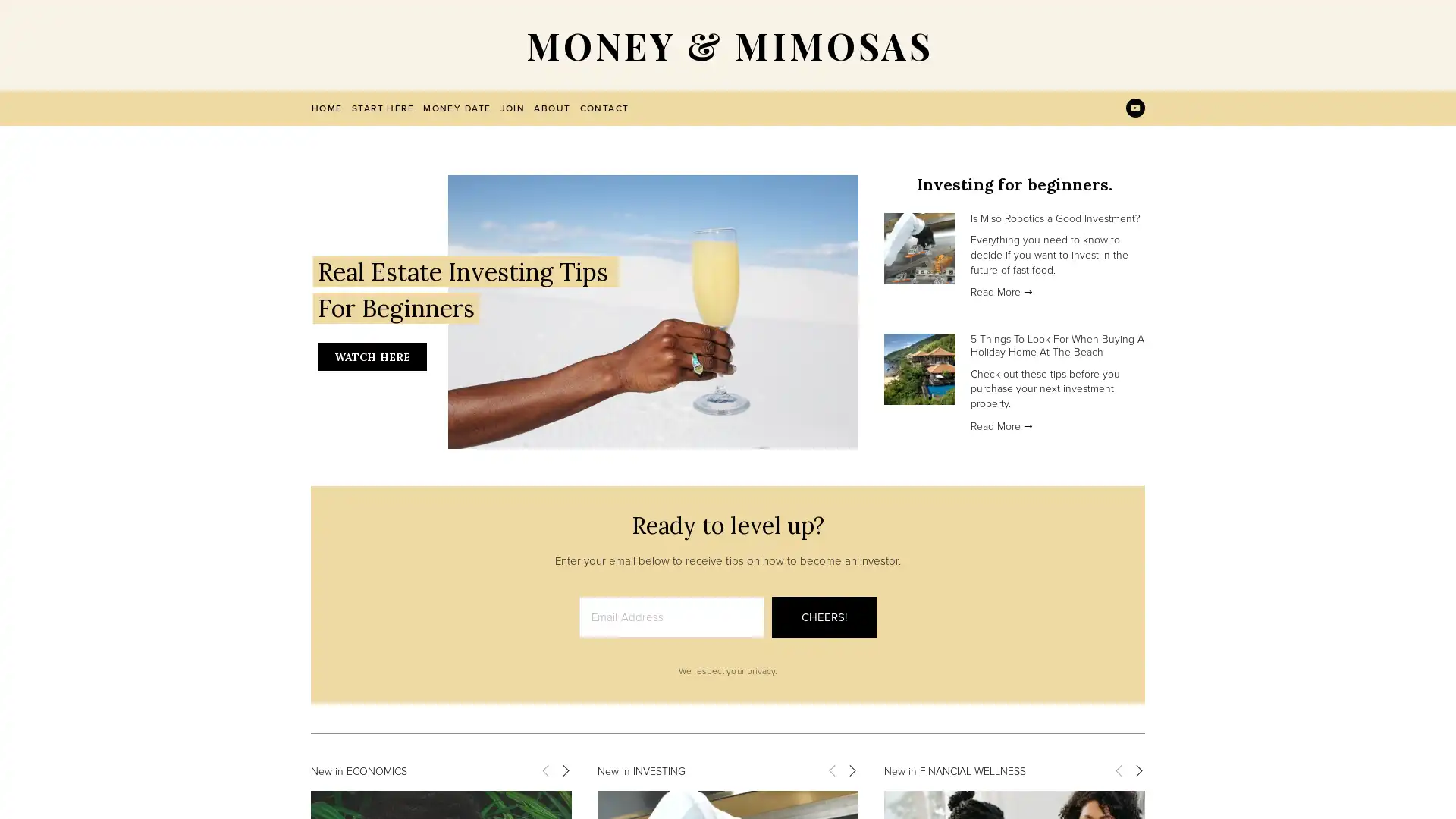 Image resolution: width=1456 pixels, height=819 pixels. Describe the element at coordinates (870, 453) in the screenshot. I see `Yes, I love Money & Mimosas.` at that location.